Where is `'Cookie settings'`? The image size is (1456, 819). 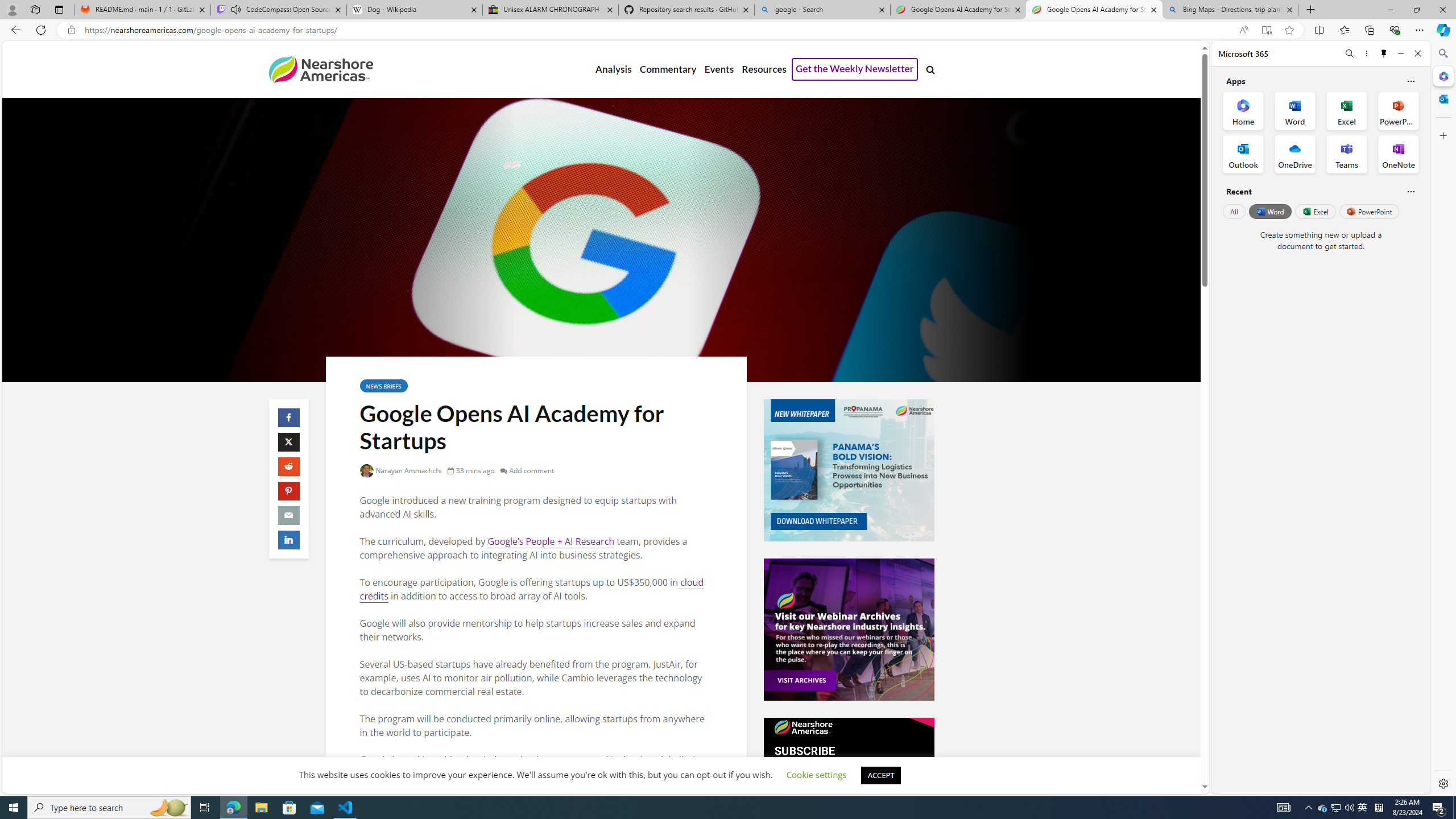 'Cookie settings' is located at coordinates (816, 775).